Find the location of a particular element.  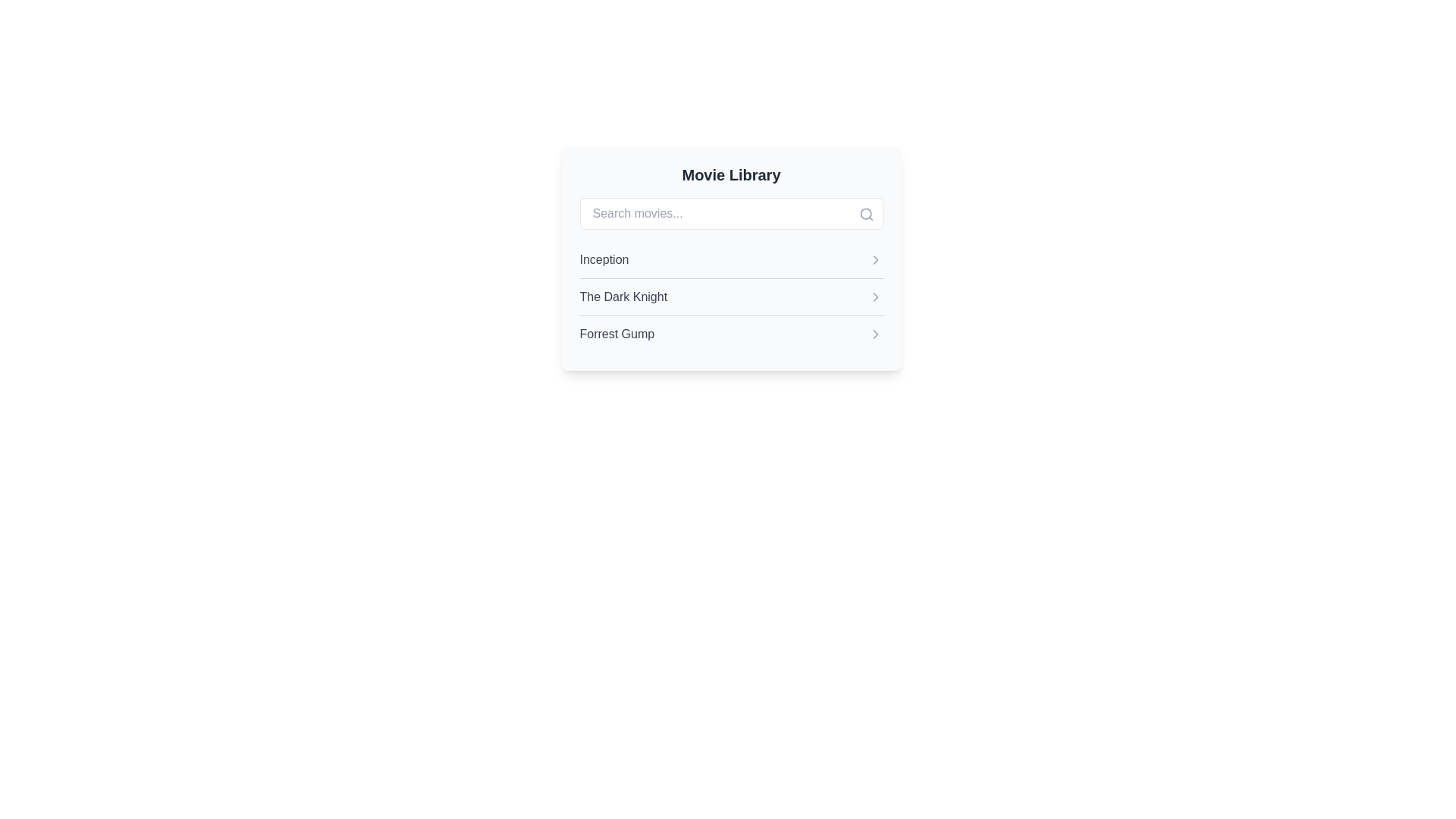

the Chevron Right icon for the 'The Dark Knight' entry in the Movie Library for accessibility purposes is located at coordinates (875, 297).